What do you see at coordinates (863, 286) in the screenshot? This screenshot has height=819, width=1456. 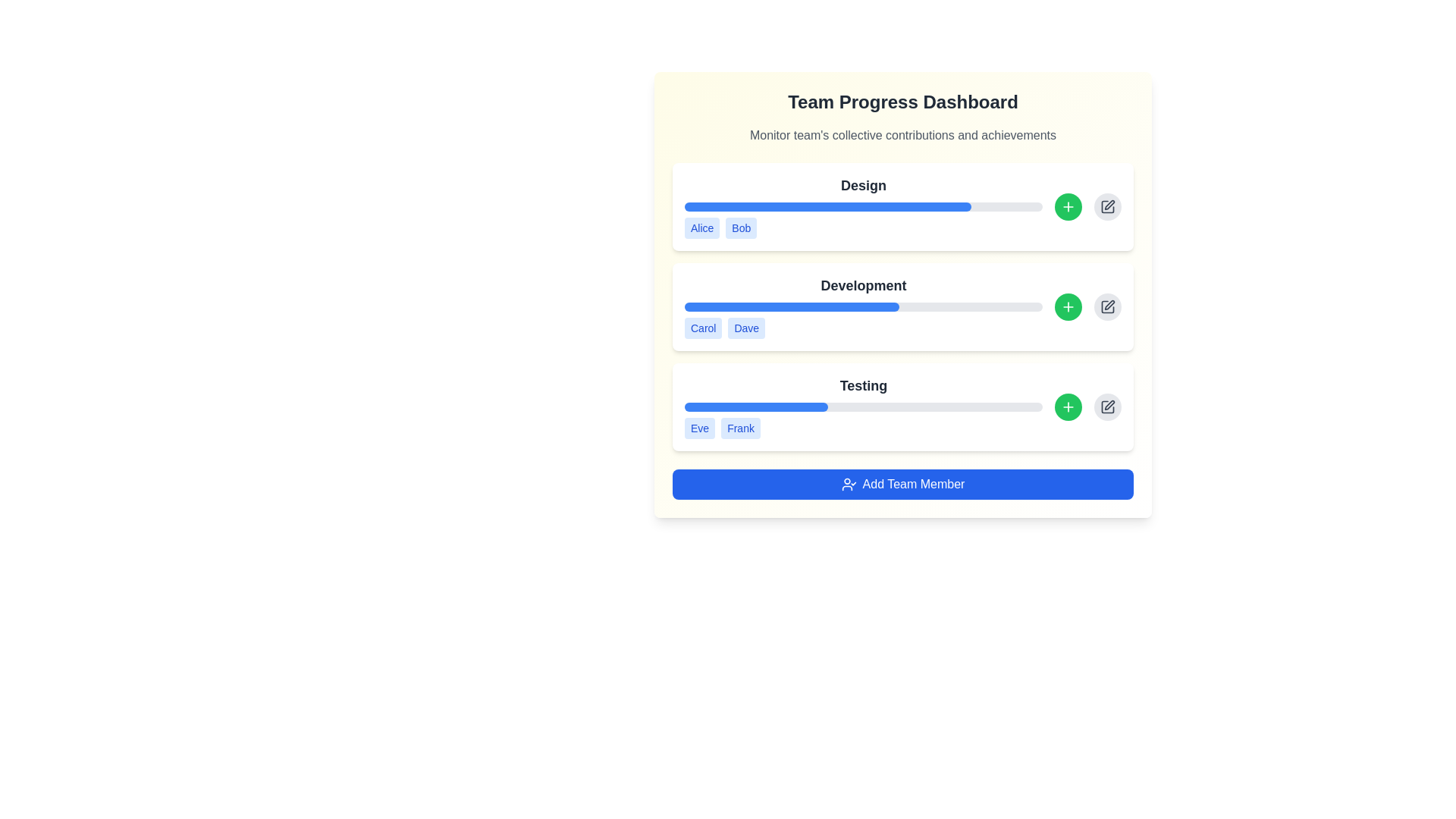 I see `the 'Development' section title text label on the progress dashboard, which is positioned above the horizontal progress bar and below the 'Design' heading` at bounding box center [863, 286].